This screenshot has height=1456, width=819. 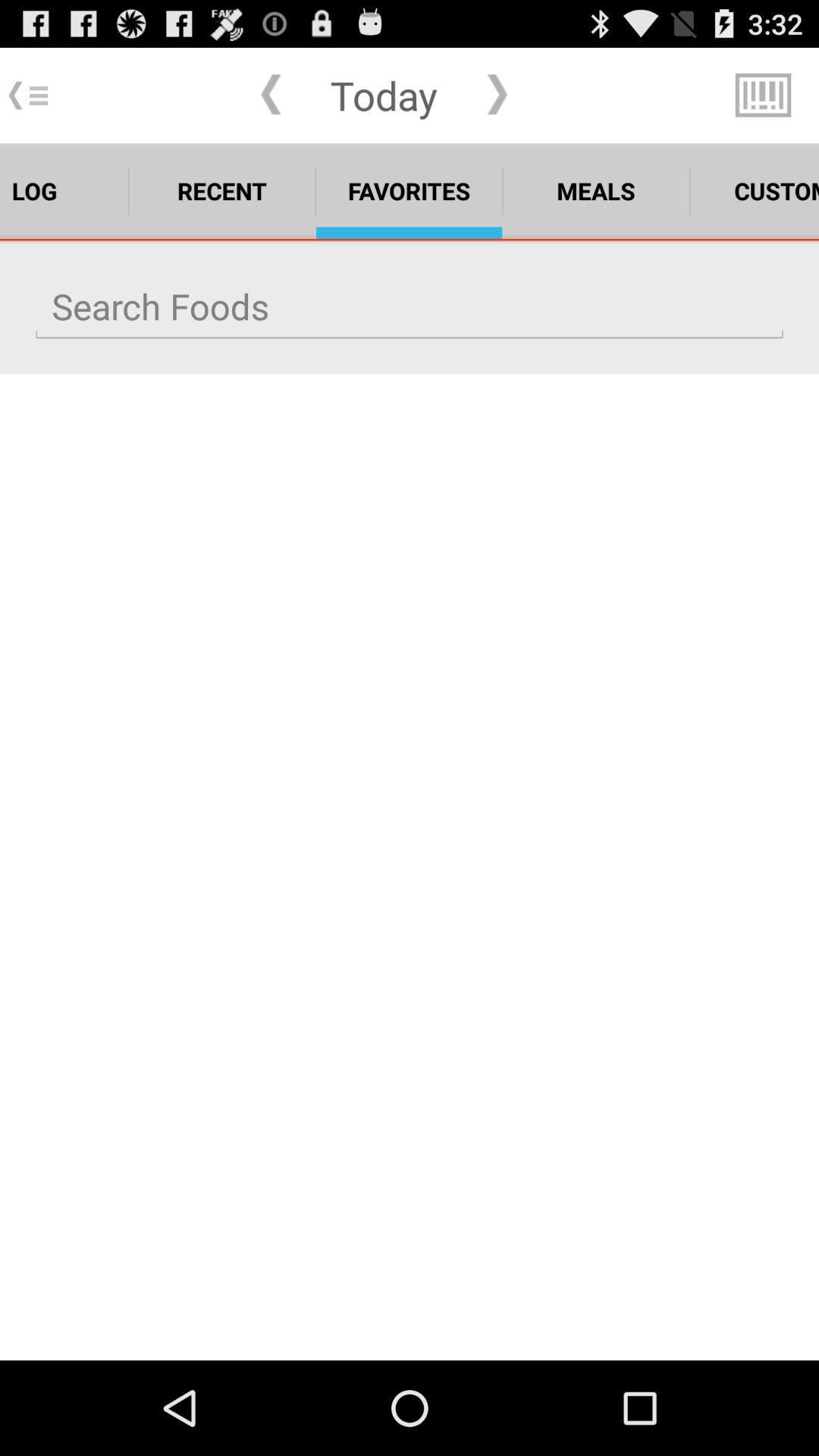 I want to click on the app above the favorites icon, so click(x=383, y=94).